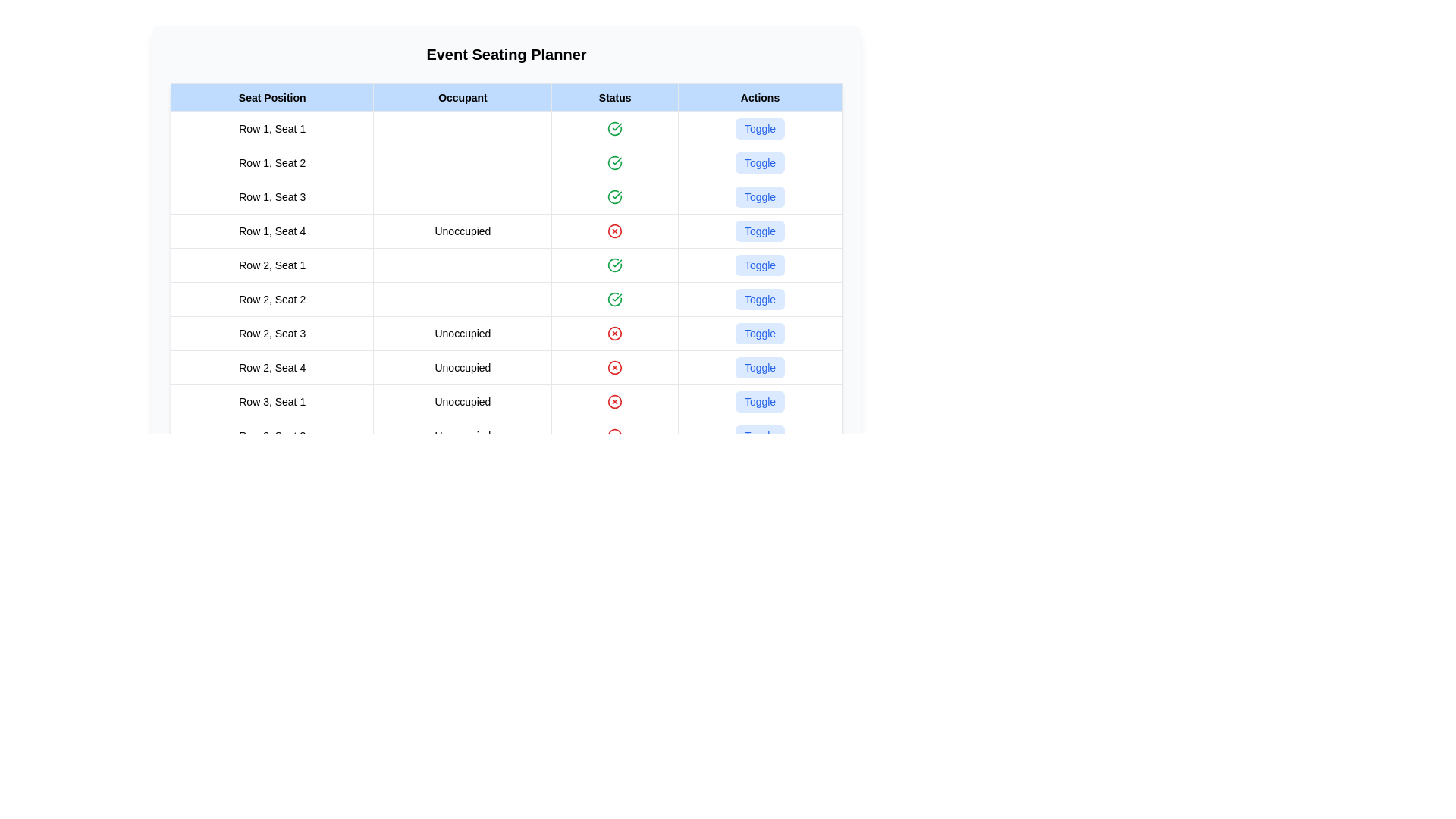  Describe the element at coordinates (615, 400) in the screenshot. I see `visual indication from the circular red icon with a cross symbol in the third row, third column of the 'Event Seating Planner' table, specifically for 'Row 3, Seat 1'` at that location.